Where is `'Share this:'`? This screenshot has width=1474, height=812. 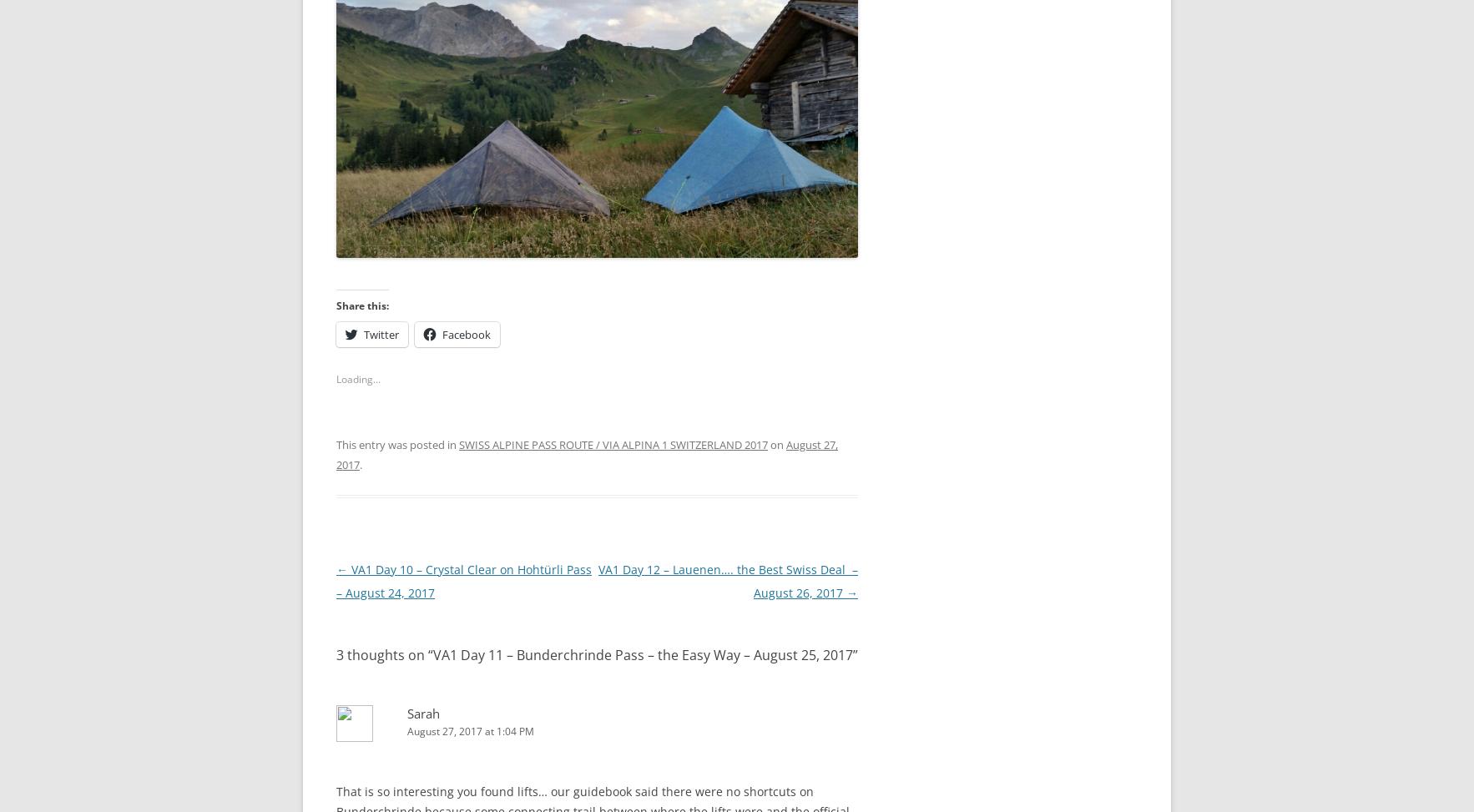 'Share this:' is located at coordinates (361, 304).